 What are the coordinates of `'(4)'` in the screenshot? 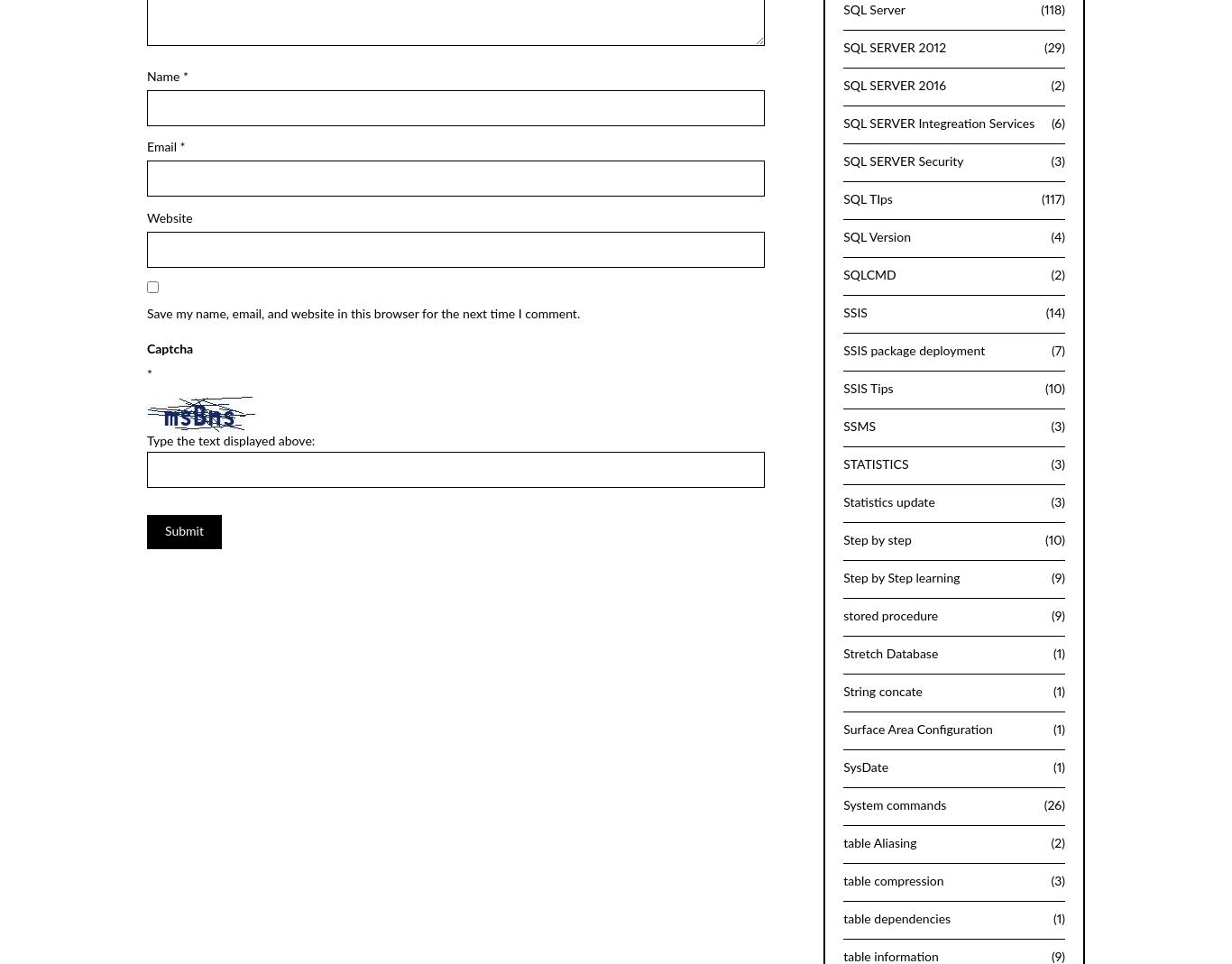 It's located at (1057, 235).